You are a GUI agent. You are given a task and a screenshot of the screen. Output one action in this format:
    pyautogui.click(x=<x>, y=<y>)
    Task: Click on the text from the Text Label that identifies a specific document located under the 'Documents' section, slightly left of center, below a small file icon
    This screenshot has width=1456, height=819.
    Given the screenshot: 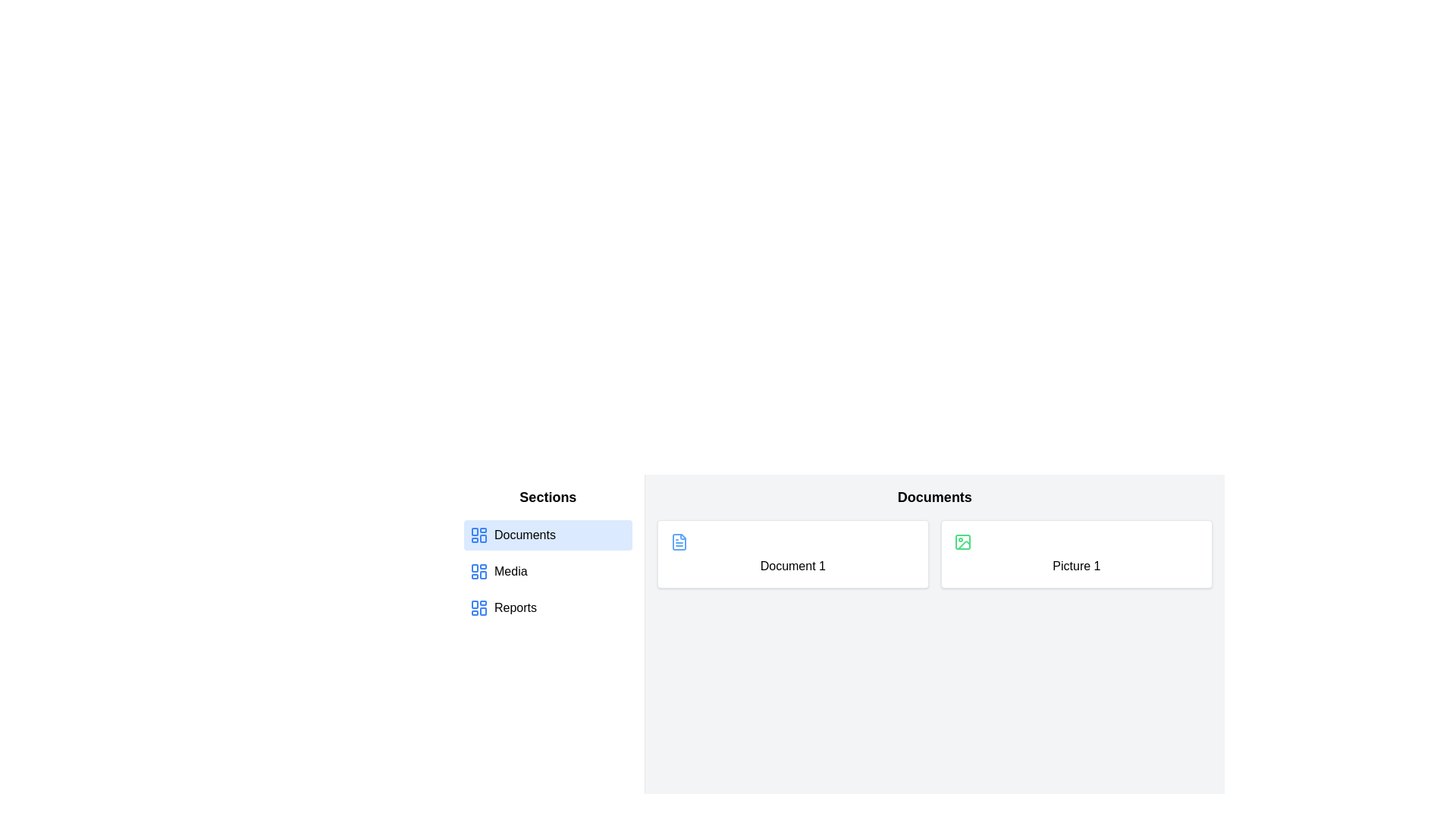 What is the action you would take?
    pyautogui.click(x=792, y=566)
    